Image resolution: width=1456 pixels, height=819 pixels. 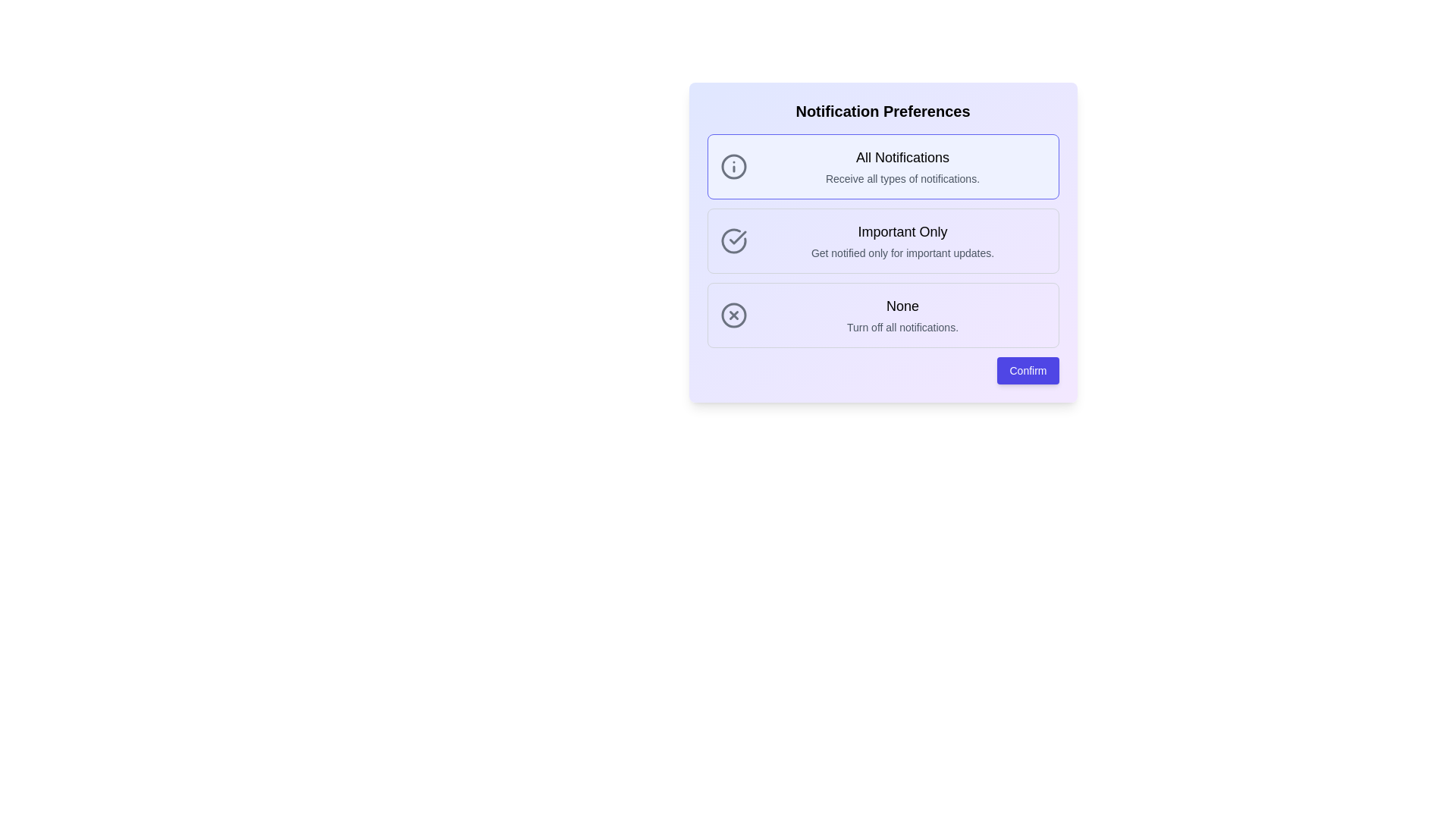 I want to click on the informational icon associated with the 'All Notifications' option located in the notification options dialog, so click(x=733, y=166).